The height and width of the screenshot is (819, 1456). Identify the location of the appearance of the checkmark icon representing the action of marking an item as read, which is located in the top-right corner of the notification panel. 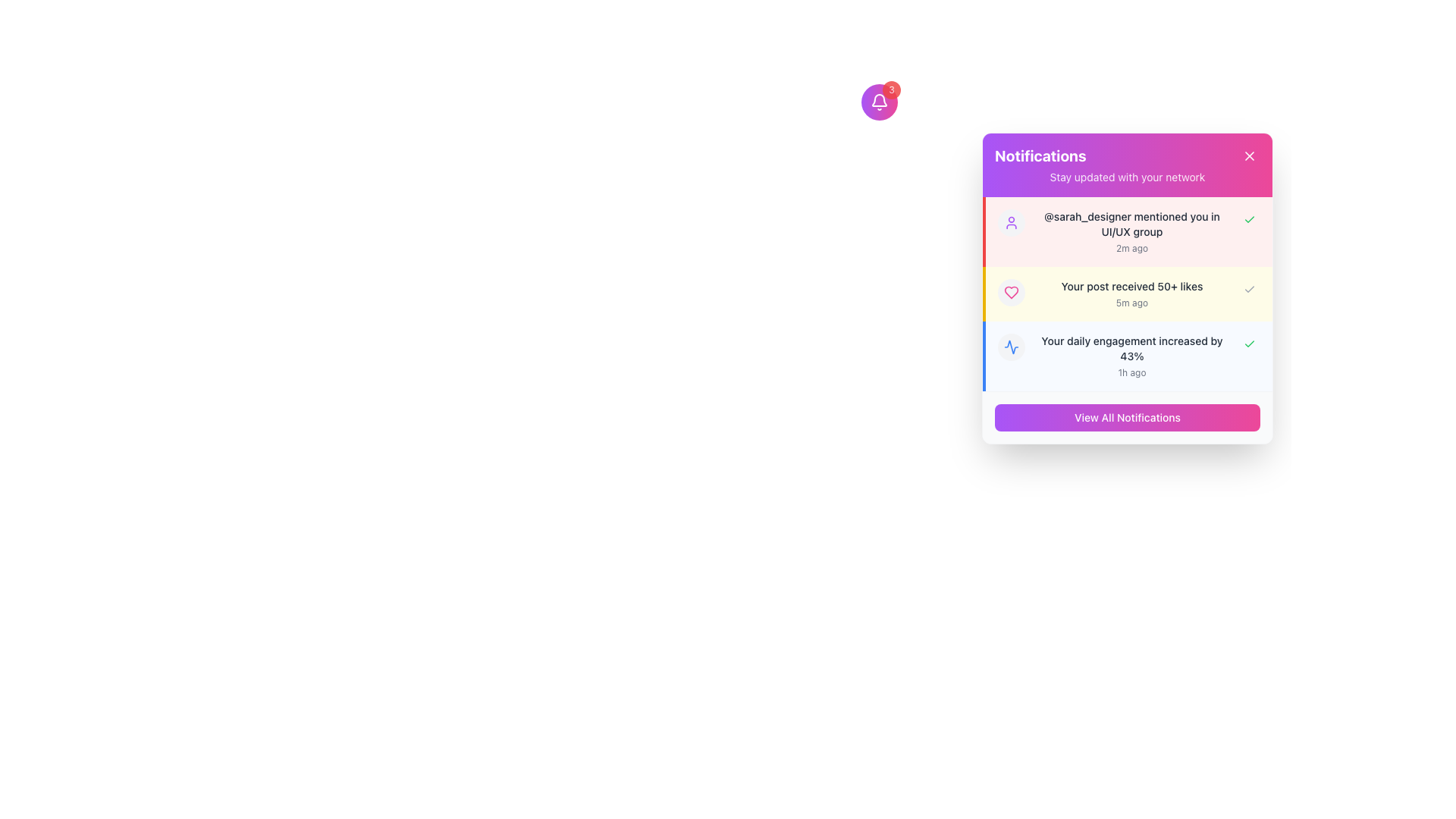
(1249, 219).